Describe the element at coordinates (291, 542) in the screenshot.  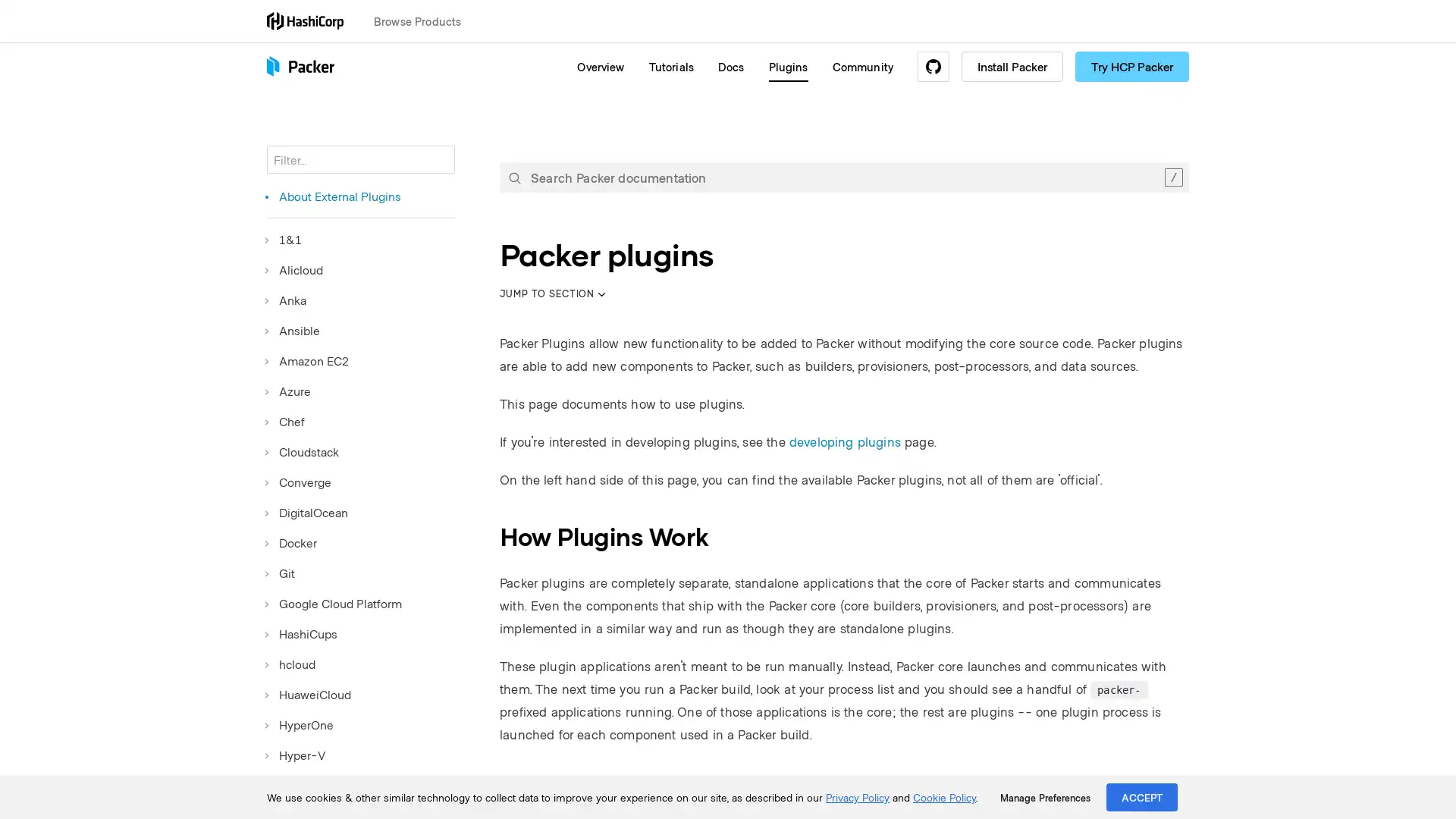
I see `Docker` at that location.